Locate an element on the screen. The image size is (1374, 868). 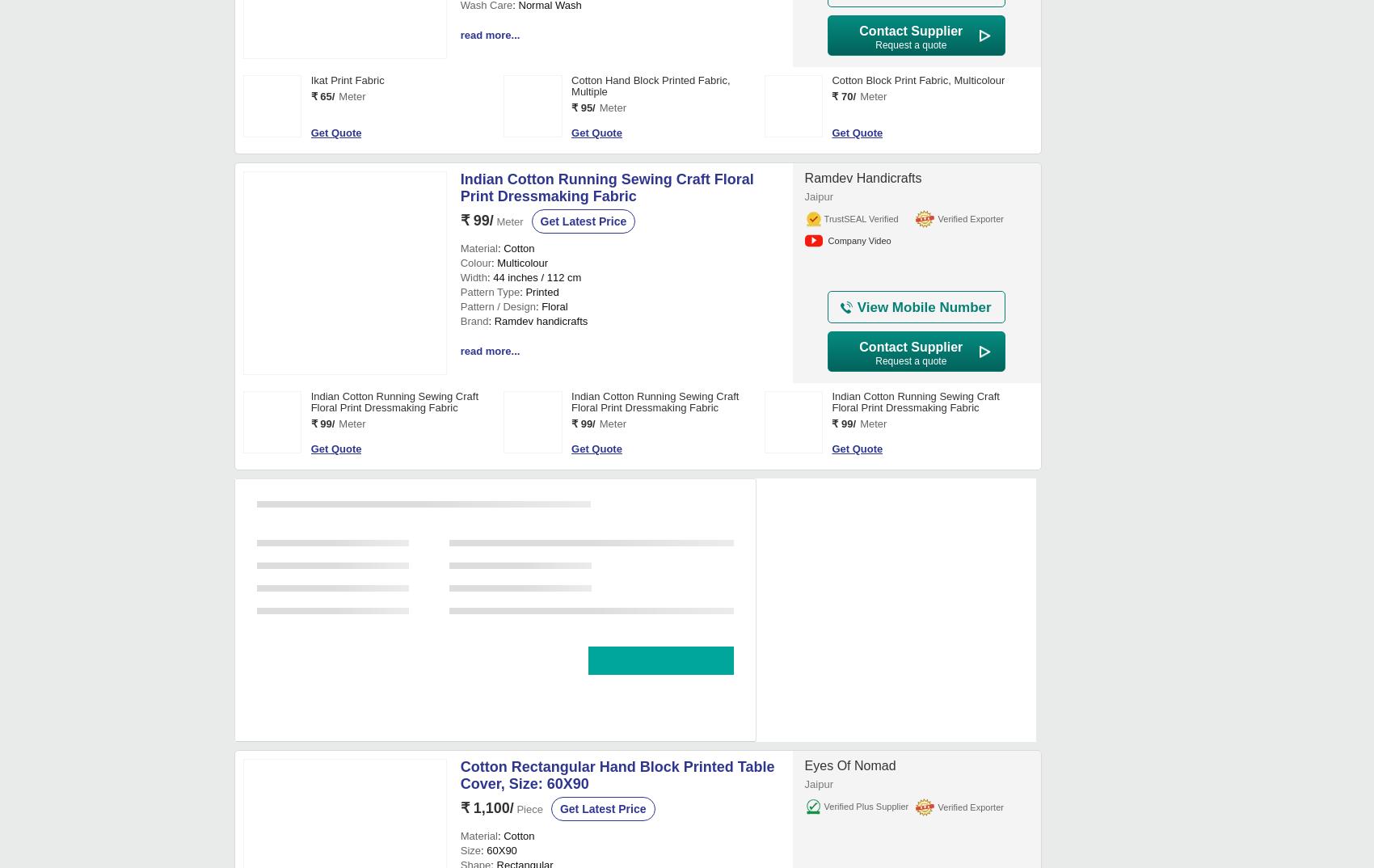
'Anagha Creation' is located at coordinates (803, 356).